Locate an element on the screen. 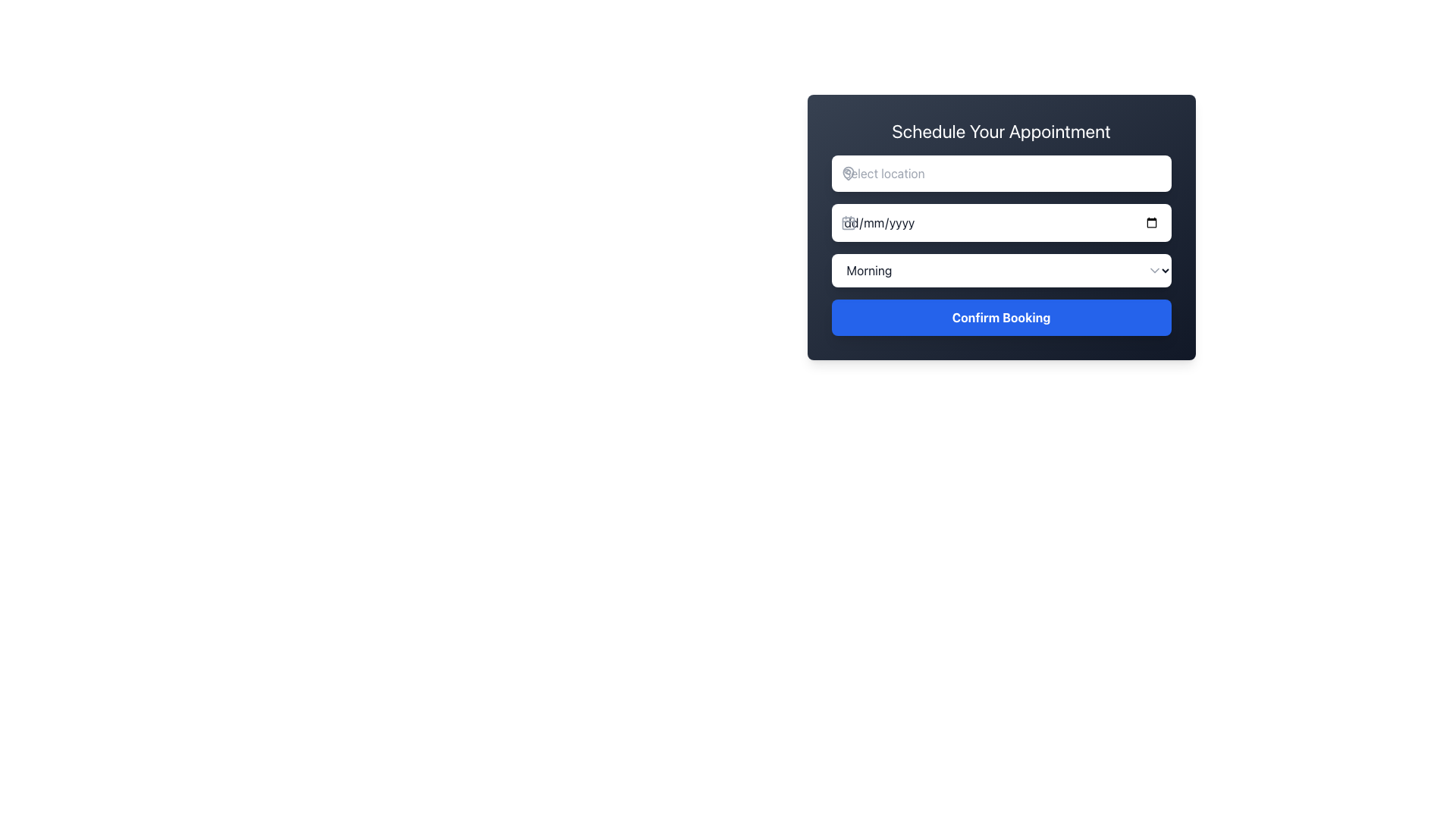 Image resolution: width=1456 pixels, height=819 pixels. the text label that serves as a title for the scheduling appointment form, located at the top of the blue-themed modal is located at coordinates (1001, 130).